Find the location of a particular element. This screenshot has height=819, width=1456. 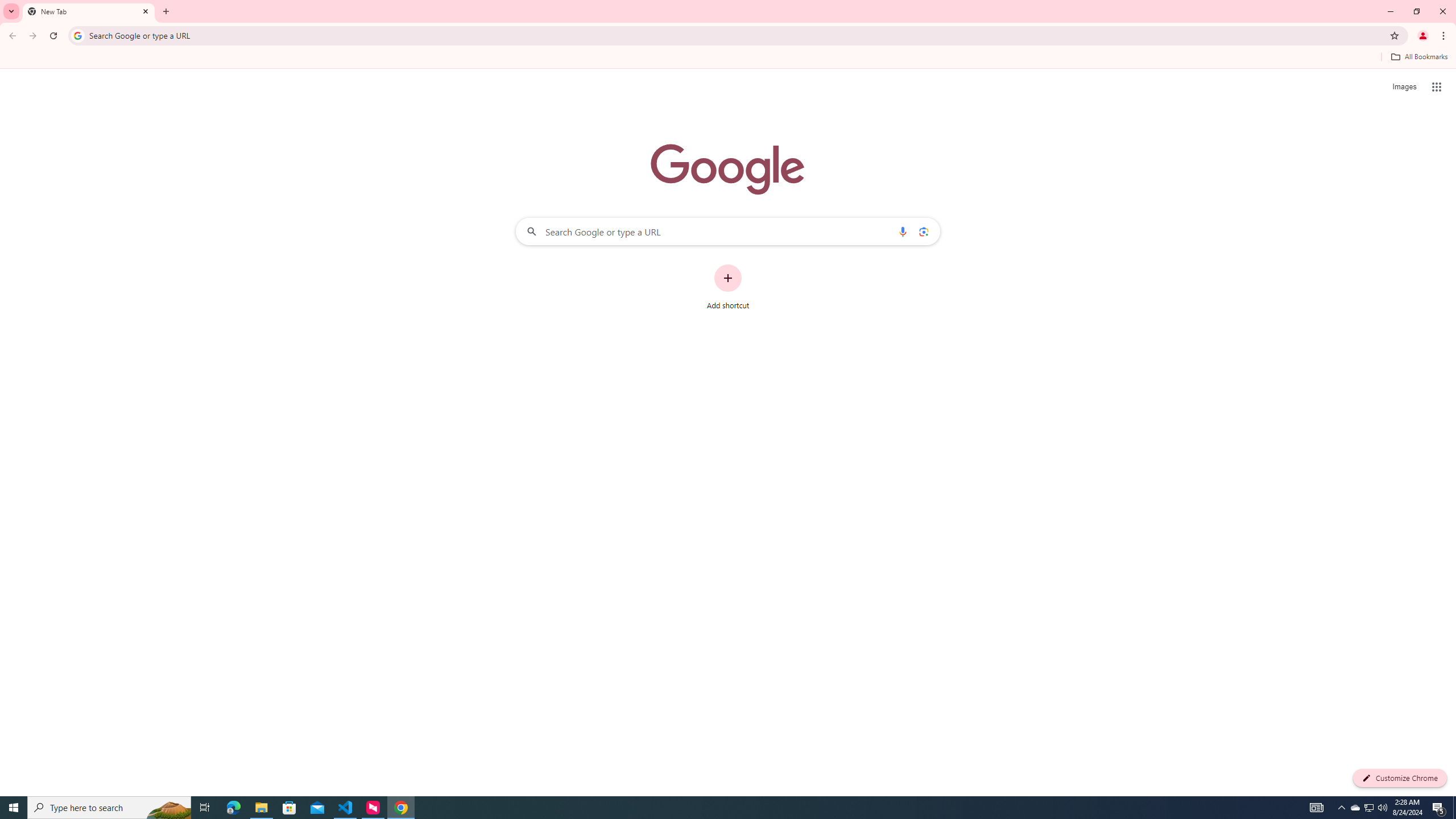

'Add shortcut' is located at coordinates (728, 287).